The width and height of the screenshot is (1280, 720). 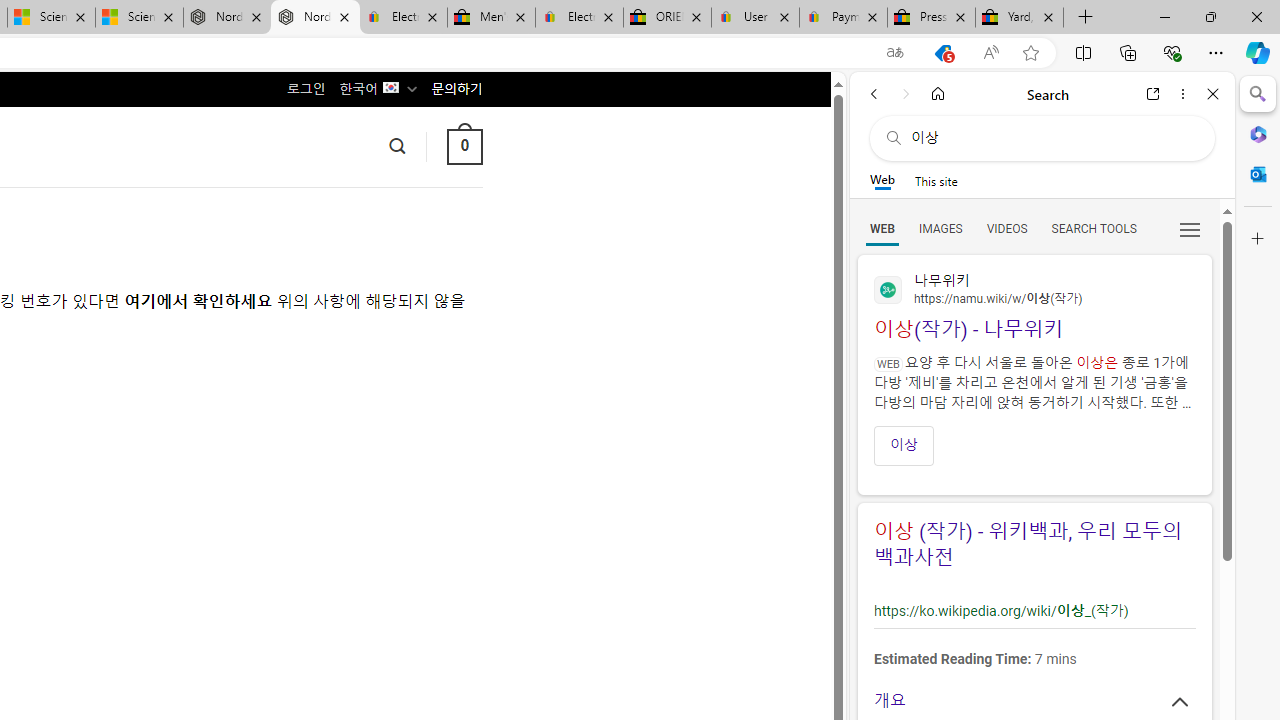 What do you see at coordinates (905, 93) in the screenshot?
I see `'Forward'` at bounding box center [905, 93].